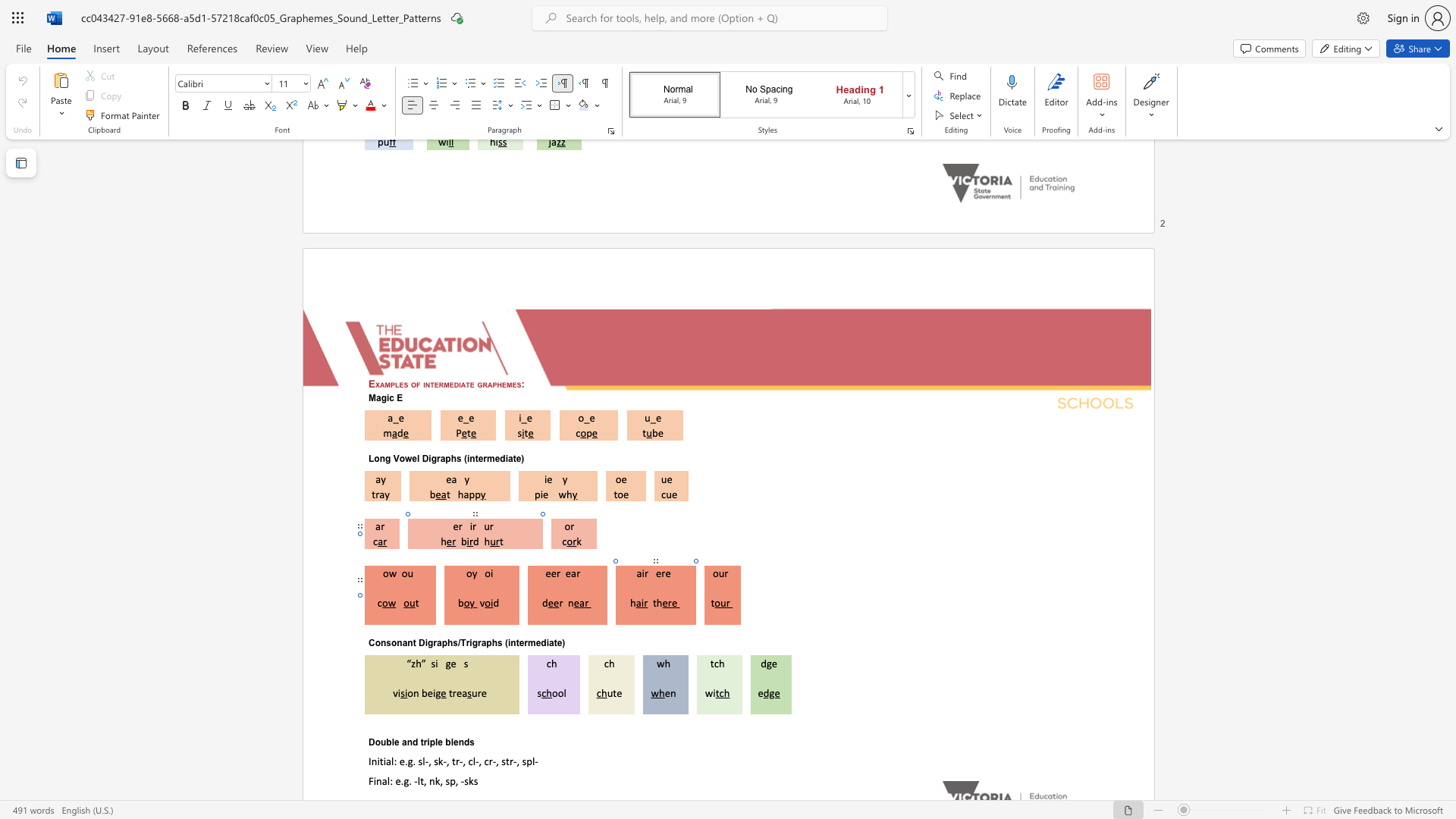  What do you see at coordinates (386, 780) in the screenshot?
I see `the space between the continuous character "a" and "l" in the text` at bounding box center [386, 780].